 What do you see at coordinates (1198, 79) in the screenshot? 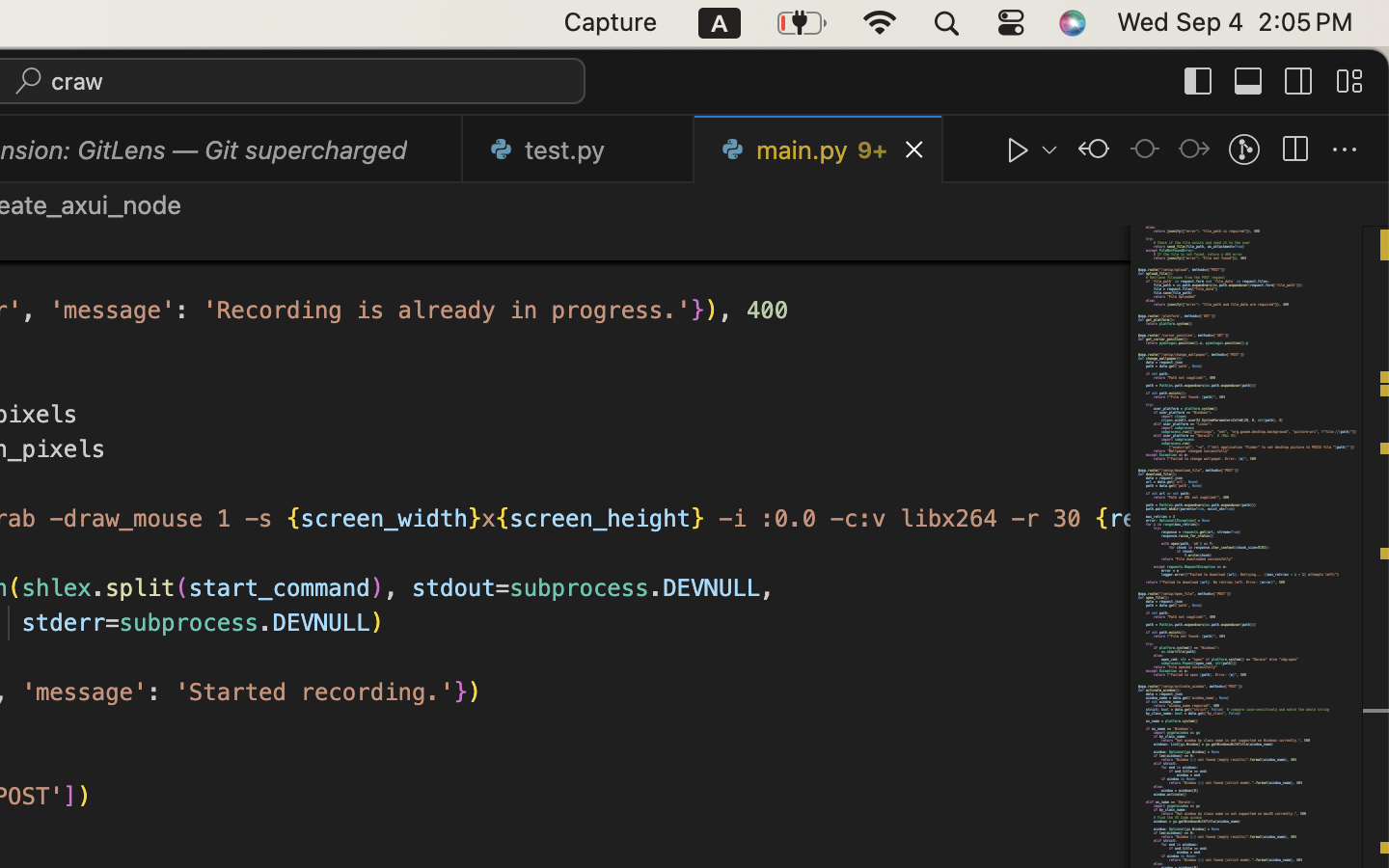
I see `''` at bounding box center [1198, 79].